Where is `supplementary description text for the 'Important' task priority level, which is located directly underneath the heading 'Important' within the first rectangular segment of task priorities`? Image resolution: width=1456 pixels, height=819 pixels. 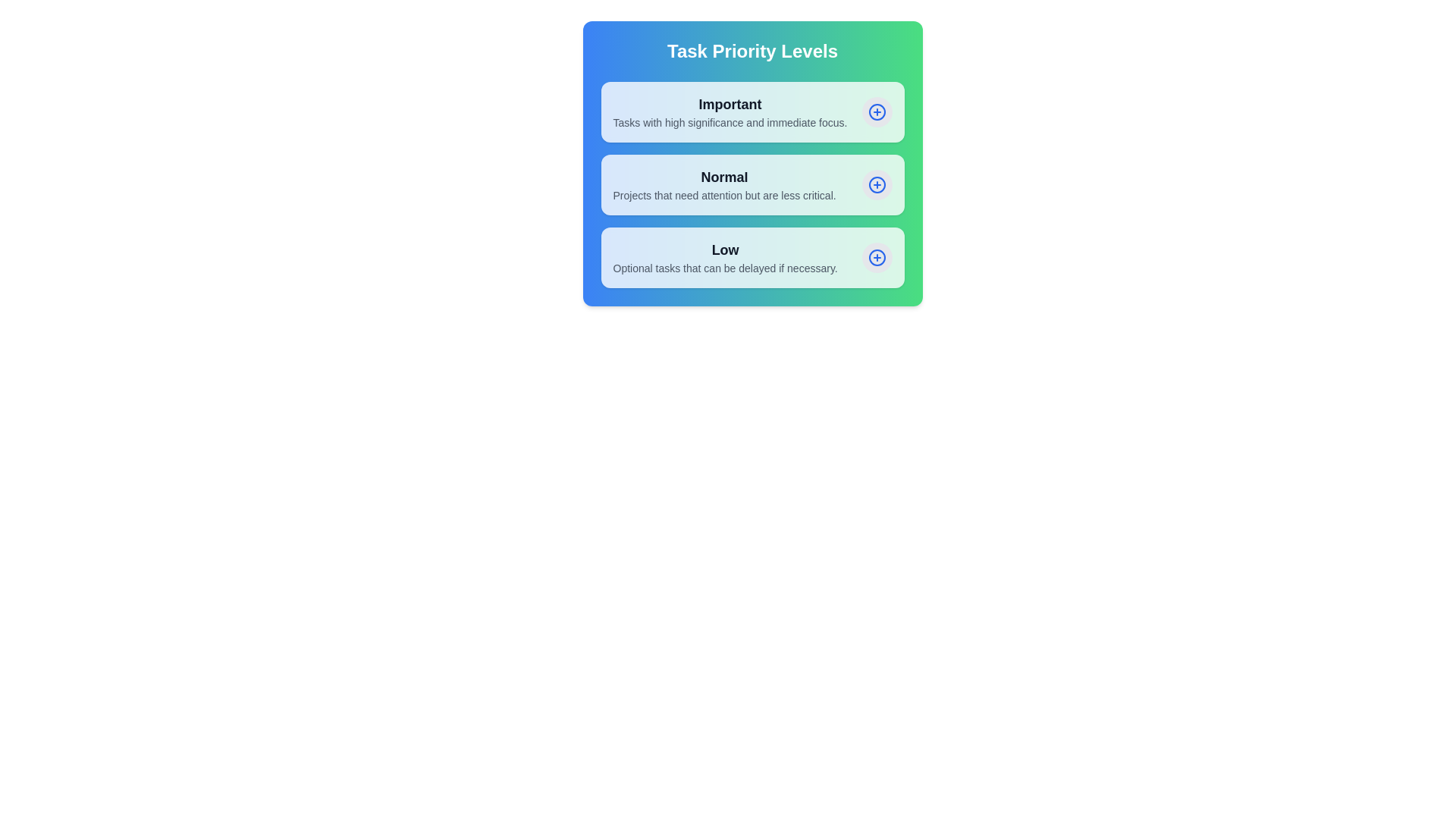
supplementary description text for the 'Important' task priority level, which is located directly underneath the heading 'Important' within the first rectangular segment of task priorities is located at coordinates (730, 122).